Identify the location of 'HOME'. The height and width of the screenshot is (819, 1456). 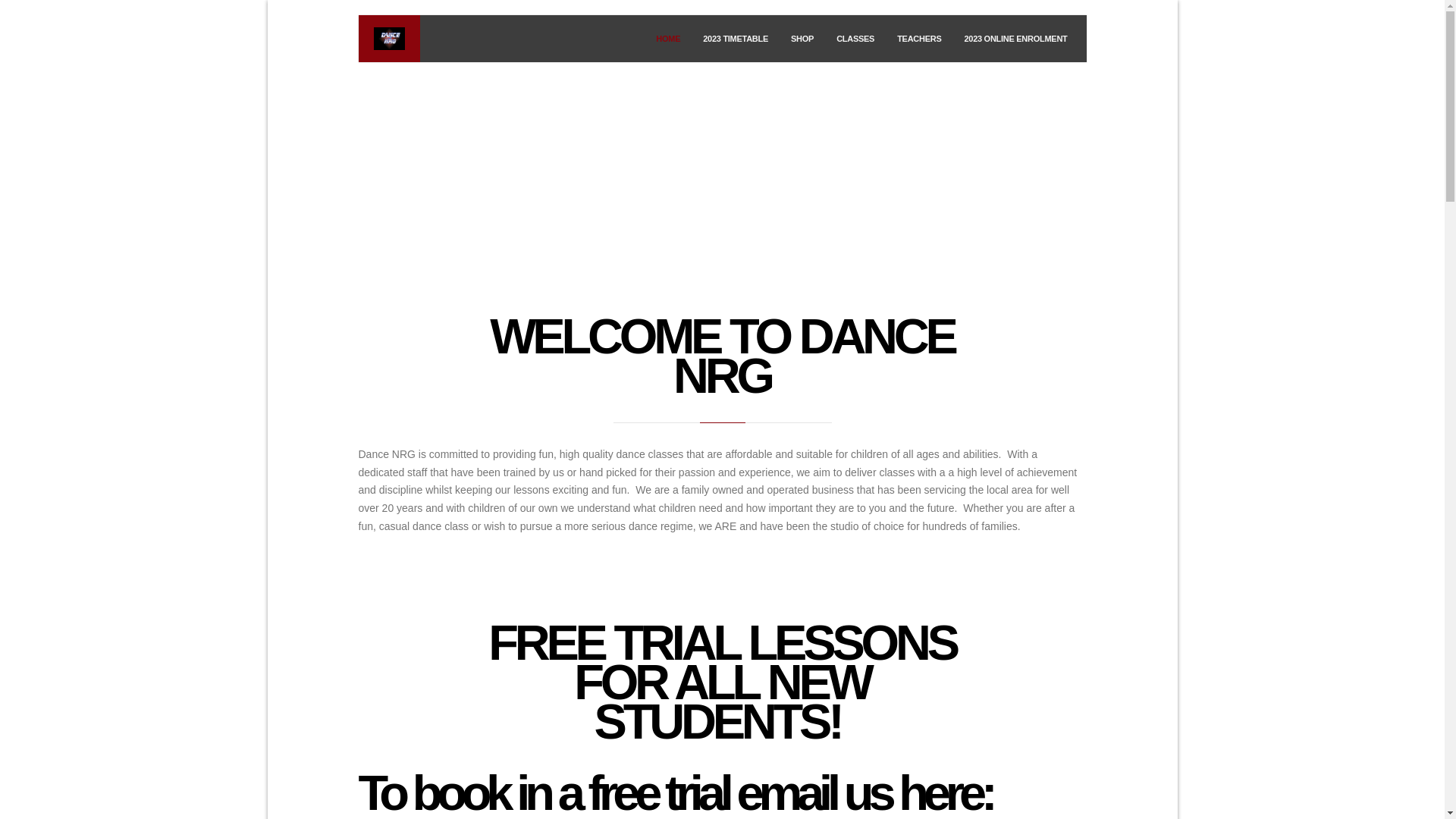
(667, 38).